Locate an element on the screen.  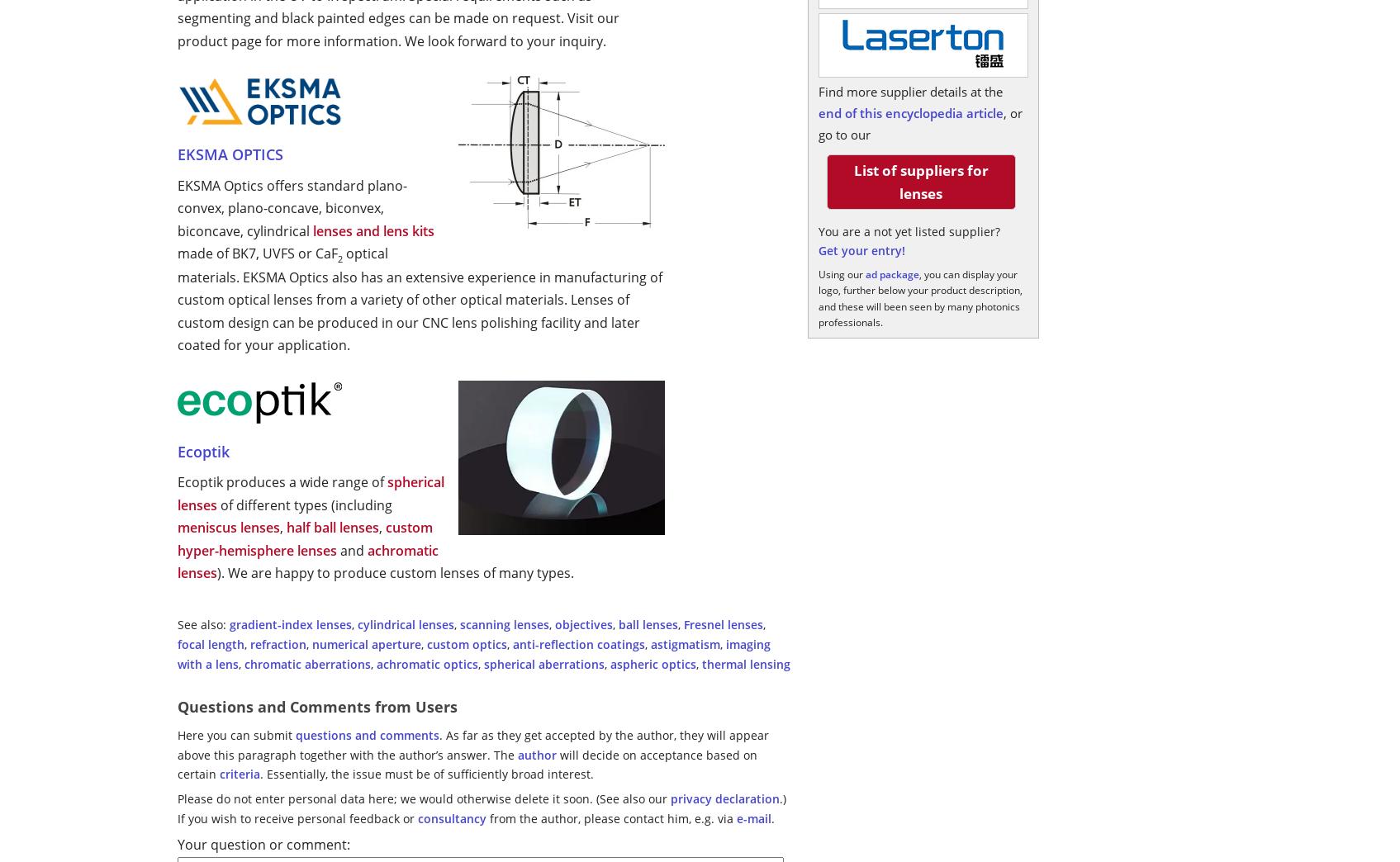
'achromatic optics' is located at coordinates (426, 662).